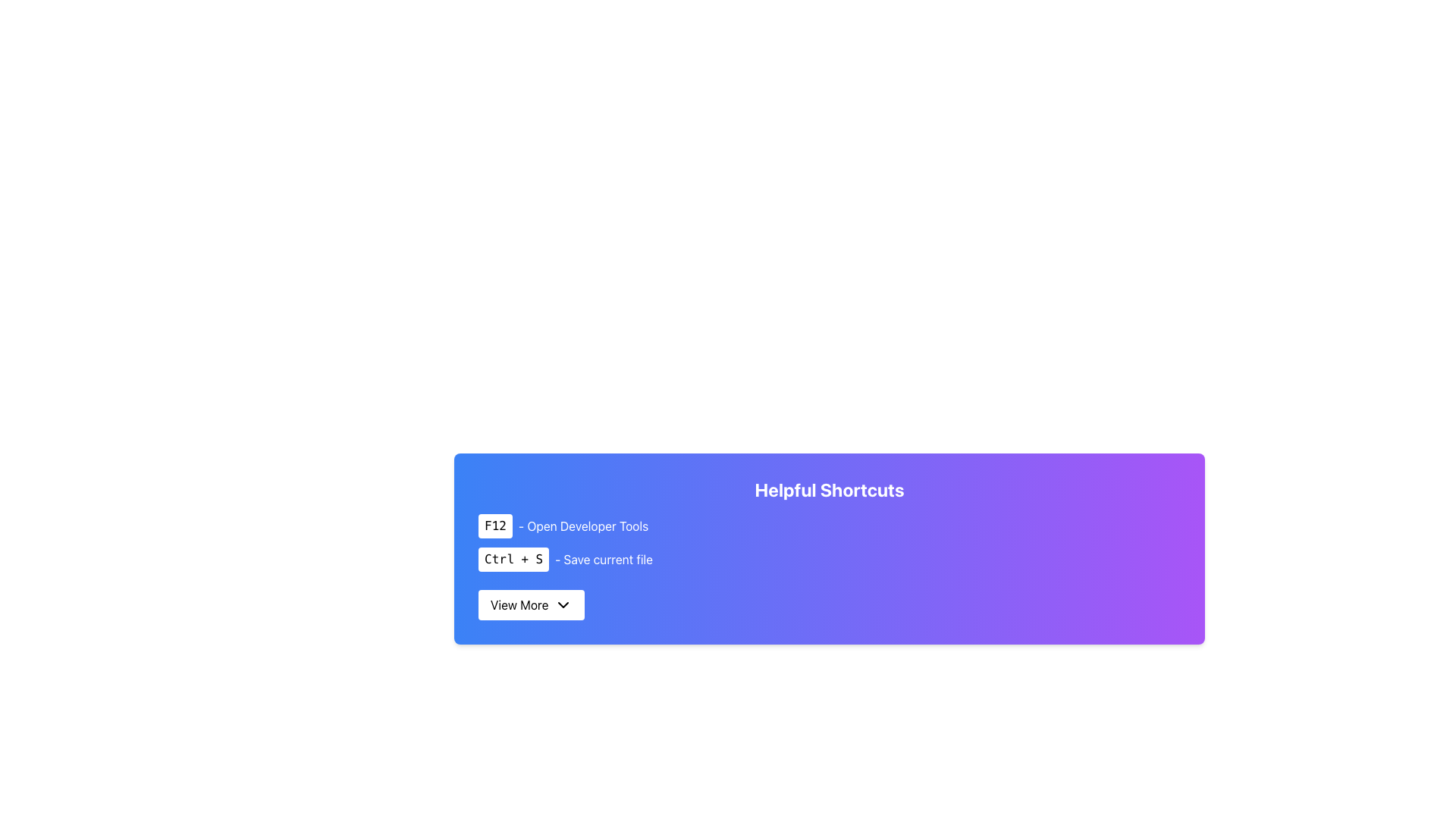 Image resolution: width=1456 pixels, height=819 pixels. I want to click on the badge-like component displaying the text 'Ctrl + S', which is positioned below the 'F12 - Open Developer Tools' shortcut and above the 'View More' button, so click(513, 559).